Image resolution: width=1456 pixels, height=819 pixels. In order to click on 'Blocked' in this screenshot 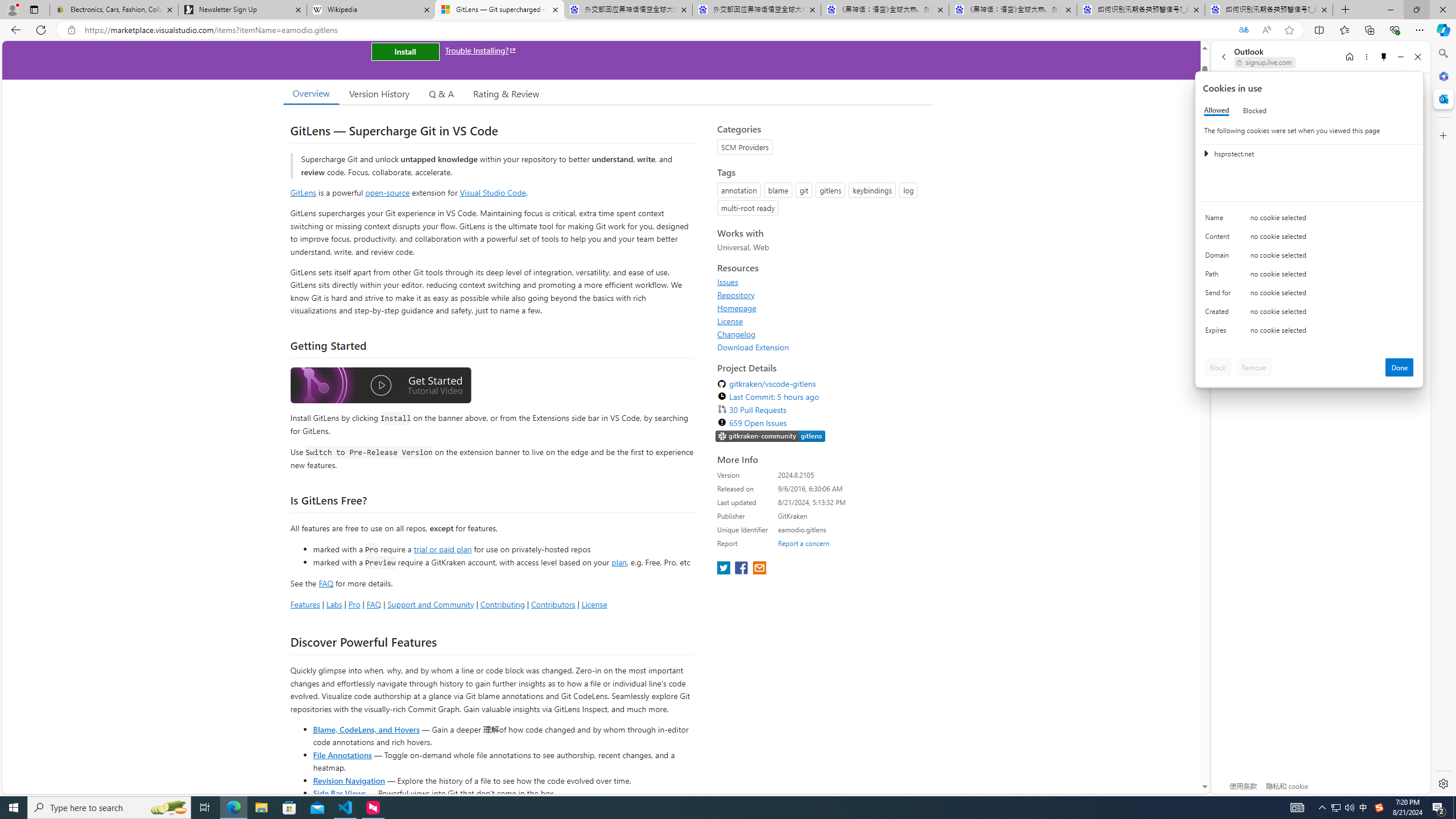, I will do `click(1254, 110)`.